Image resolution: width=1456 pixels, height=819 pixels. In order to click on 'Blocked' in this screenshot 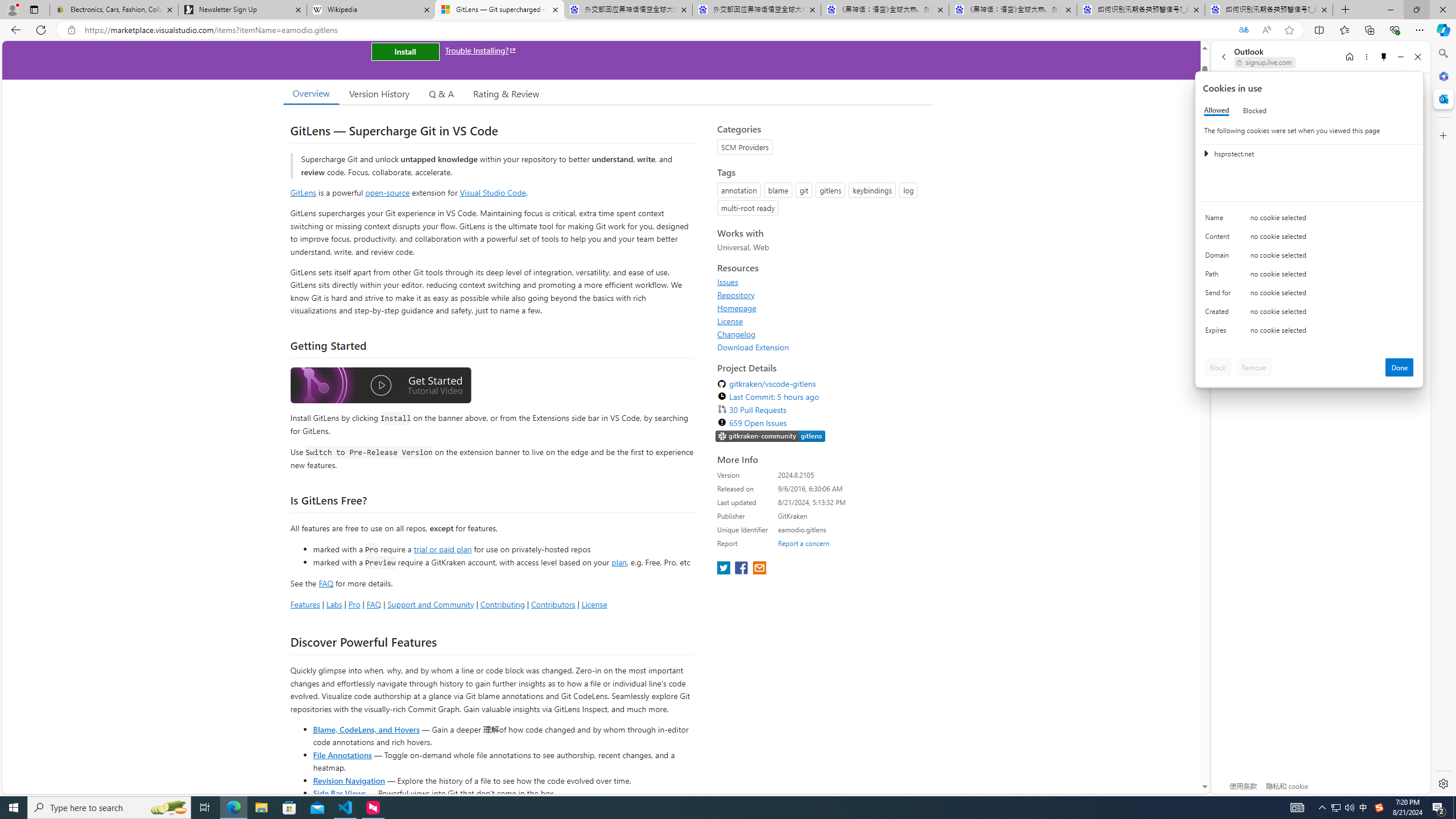, I will do `click(1254, 110)`.